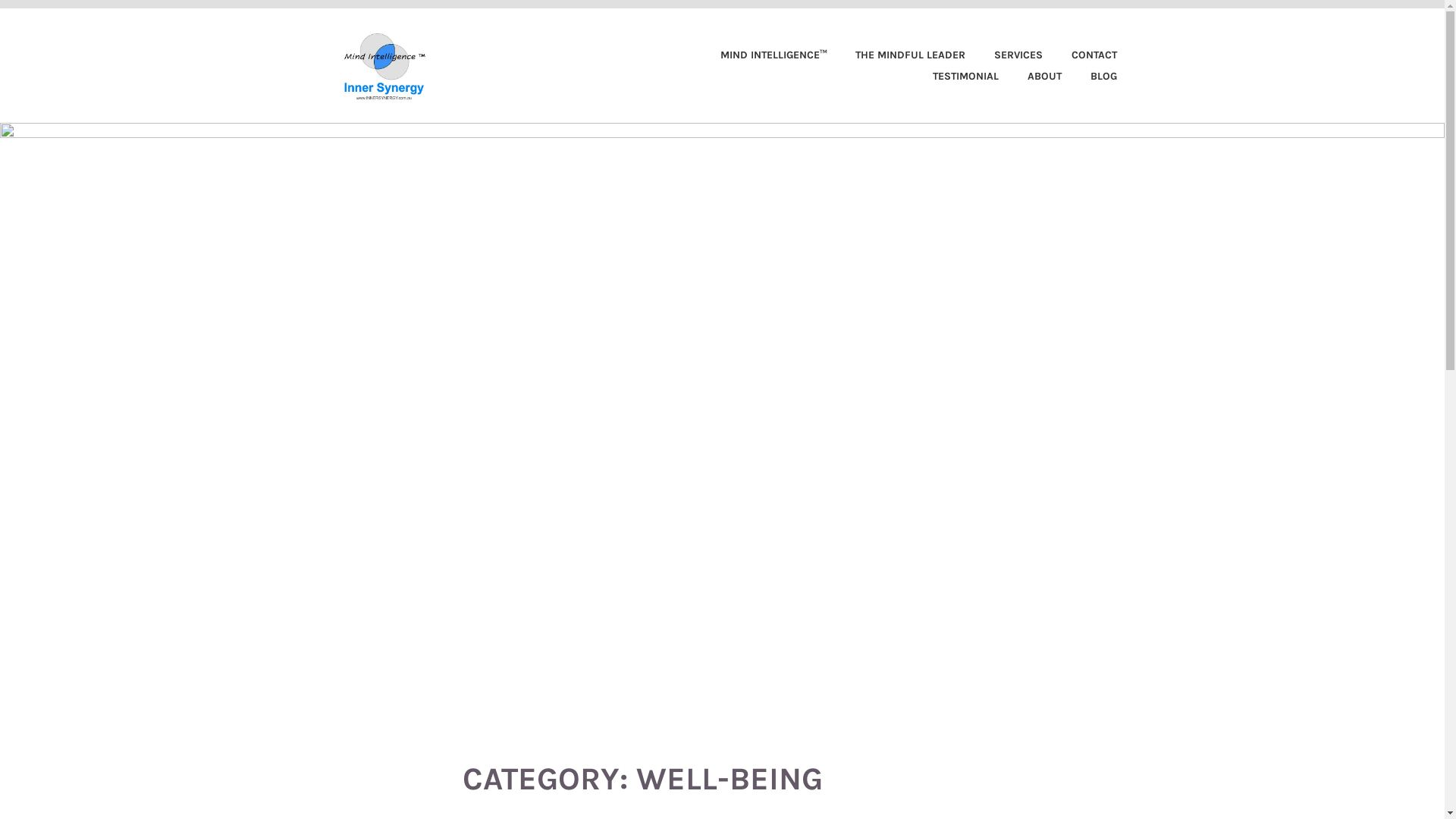 The image size is (1456, 819). Describe the element at coordinates (1080, 55) in the screenshot. I see `'CONTACT'` at that location.